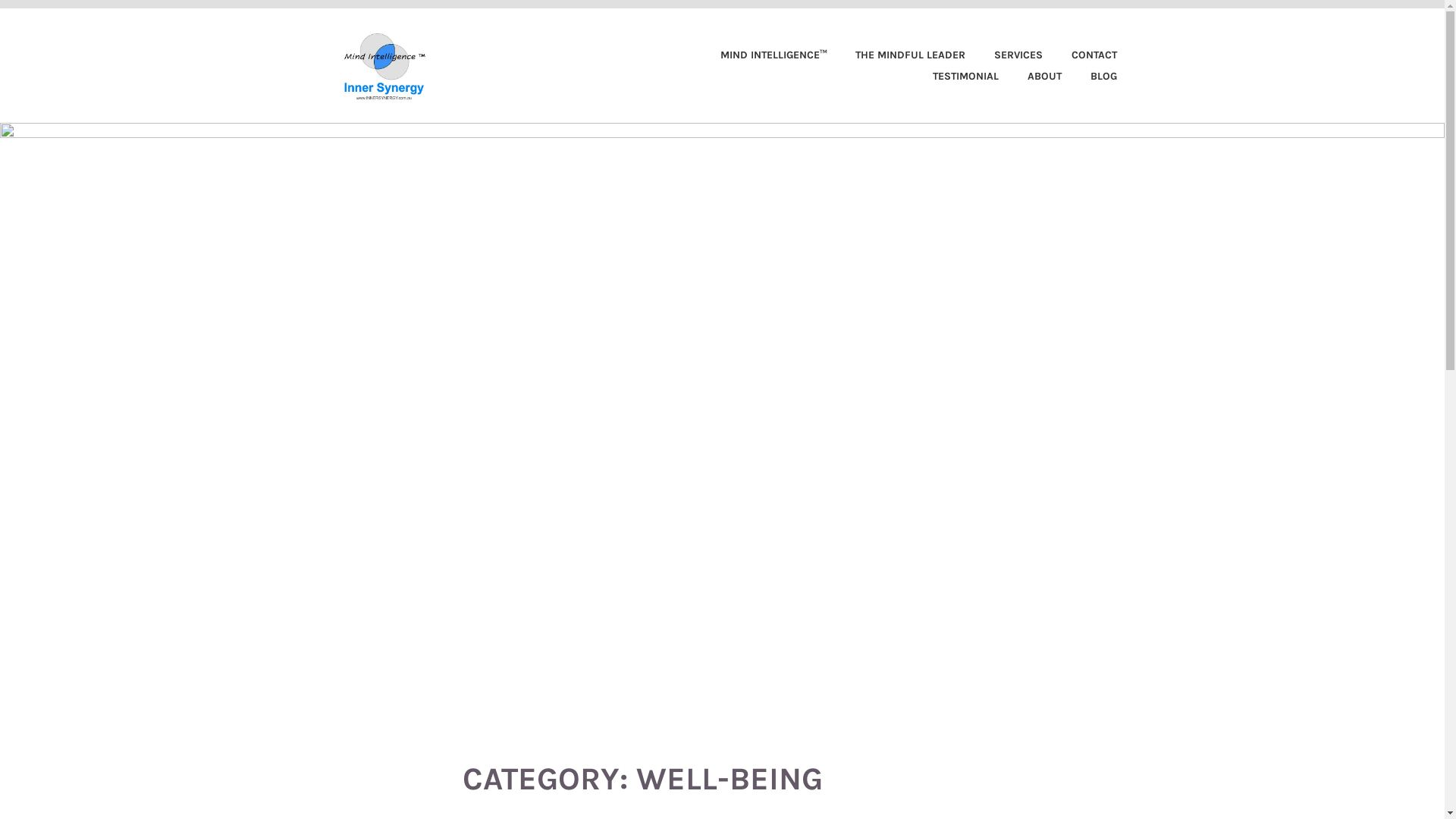 The image size is (1456, 819). Describe the element at coordinates (1080, 55) in the screenshot. I see `'CONTACT'` at that location.